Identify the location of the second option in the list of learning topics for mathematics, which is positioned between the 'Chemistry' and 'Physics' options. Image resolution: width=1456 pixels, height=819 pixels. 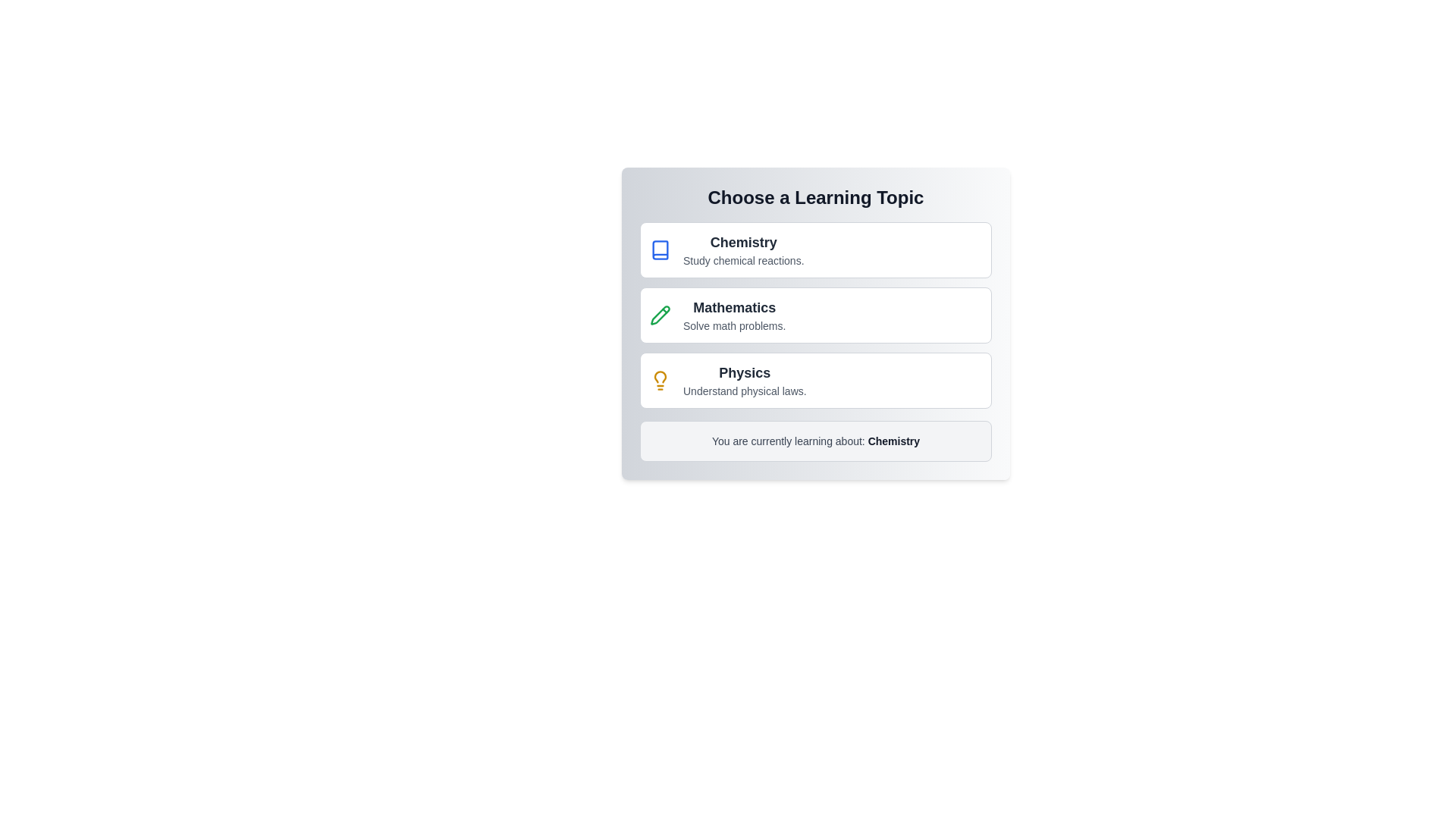
(734, 315).